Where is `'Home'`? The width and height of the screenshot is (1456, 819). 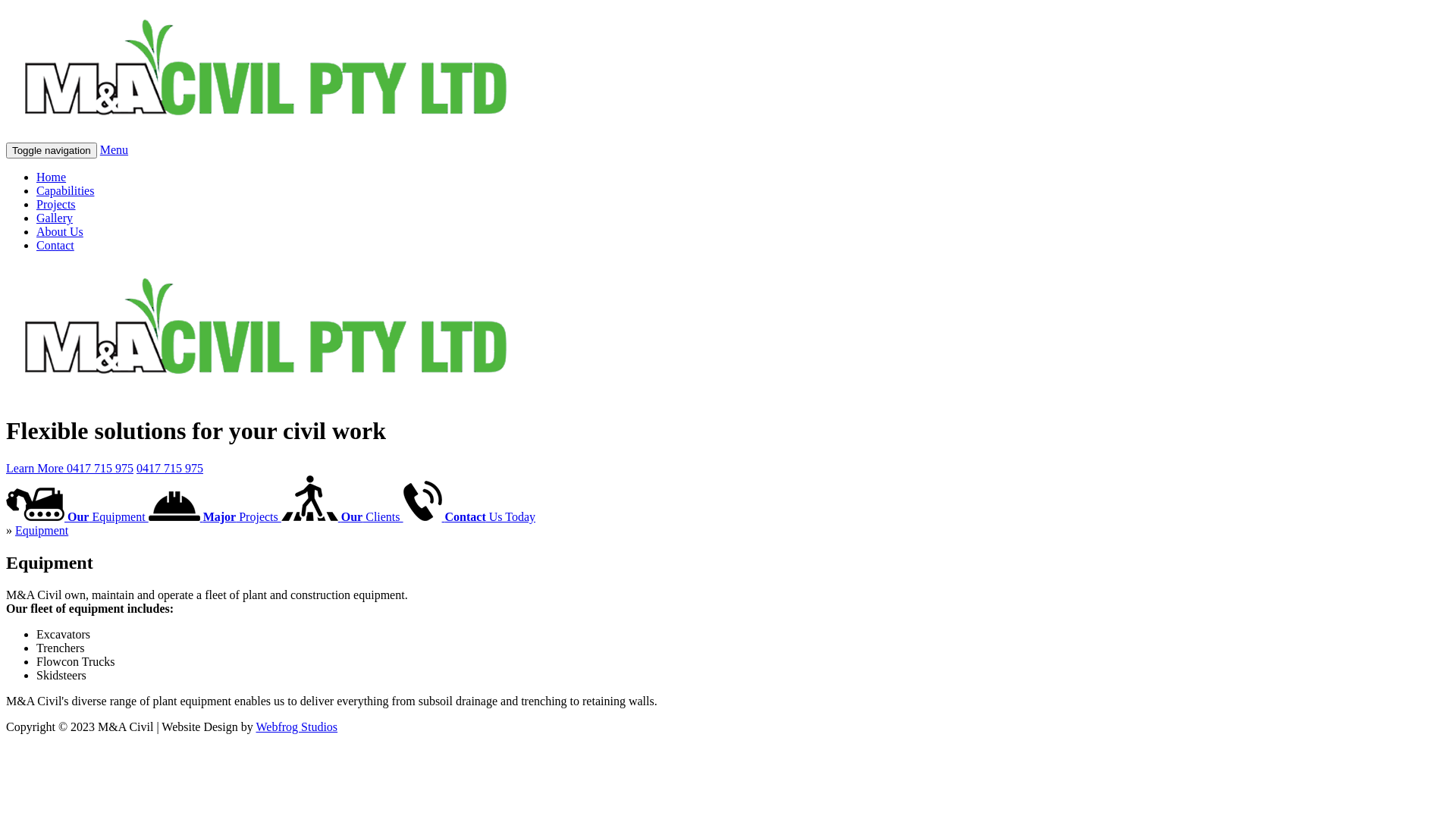
'Home' is located at coordinates (51, 176).